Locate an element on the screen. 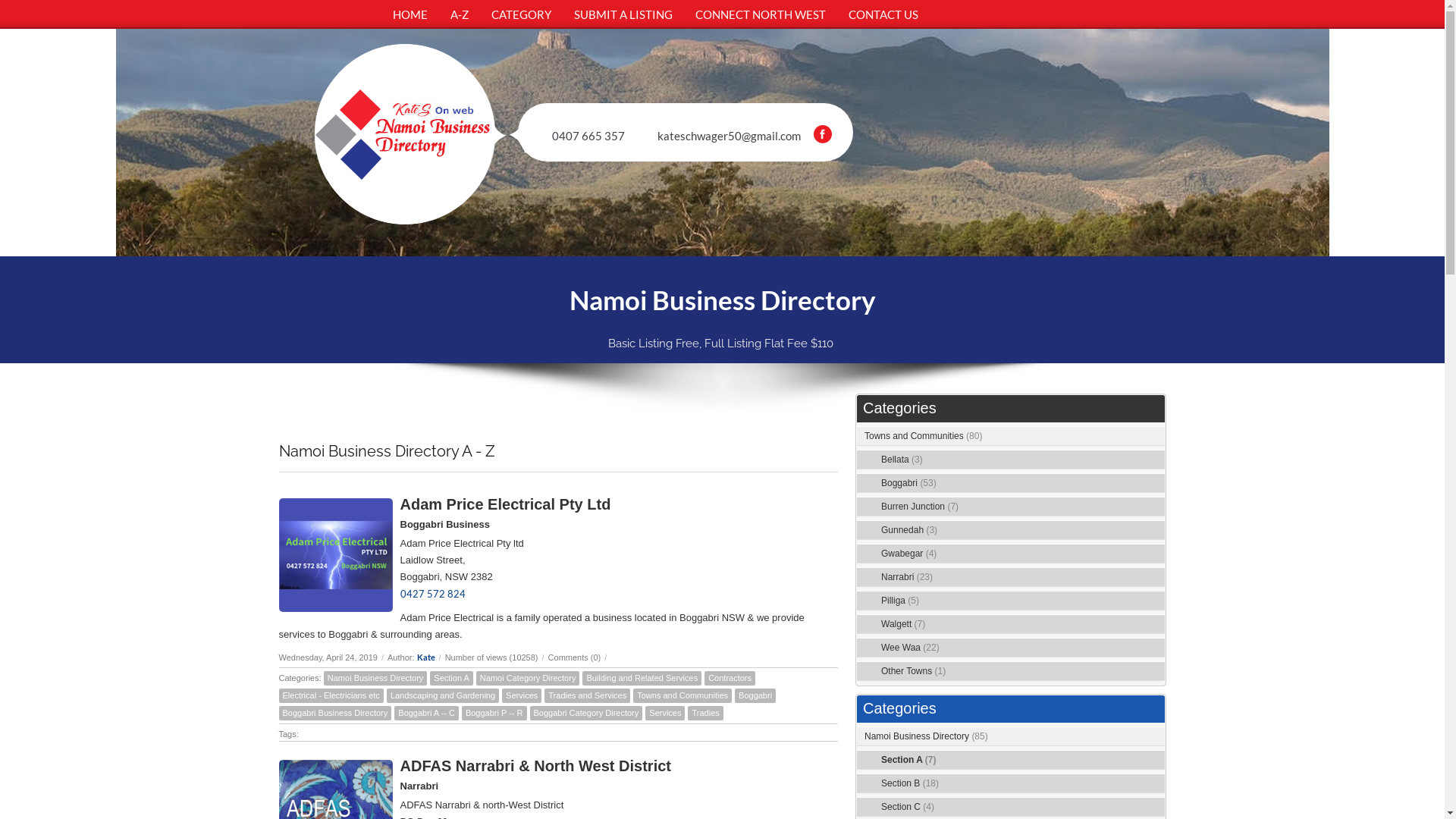 The width and height of the screenshot is (1456, 819). 'Namoi Category Directory' is located at coordinates (528, 677).